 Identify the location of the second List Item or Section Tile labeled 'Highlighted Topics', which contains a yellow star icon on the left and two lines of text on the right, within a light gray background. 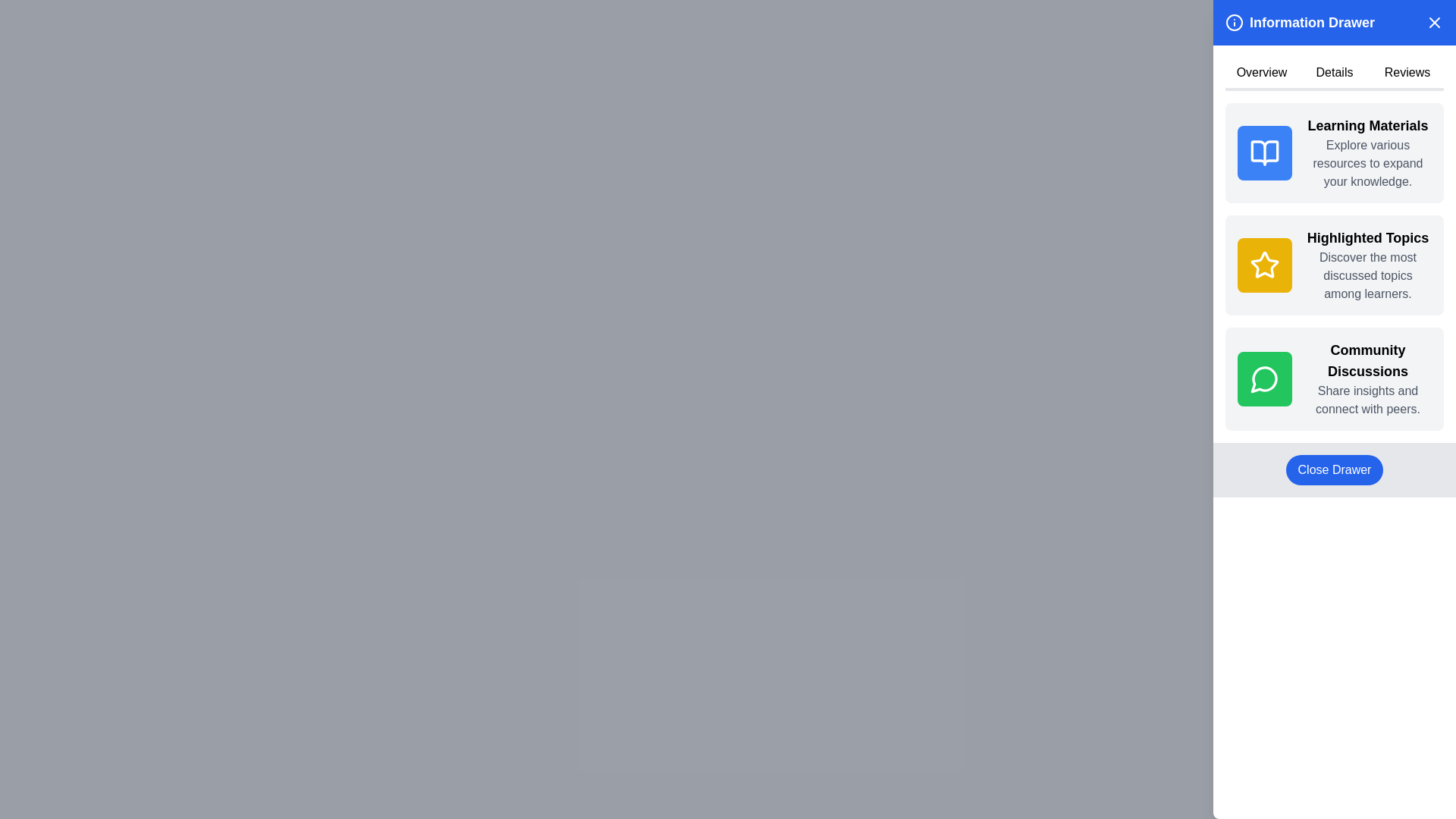
(1335, 265).